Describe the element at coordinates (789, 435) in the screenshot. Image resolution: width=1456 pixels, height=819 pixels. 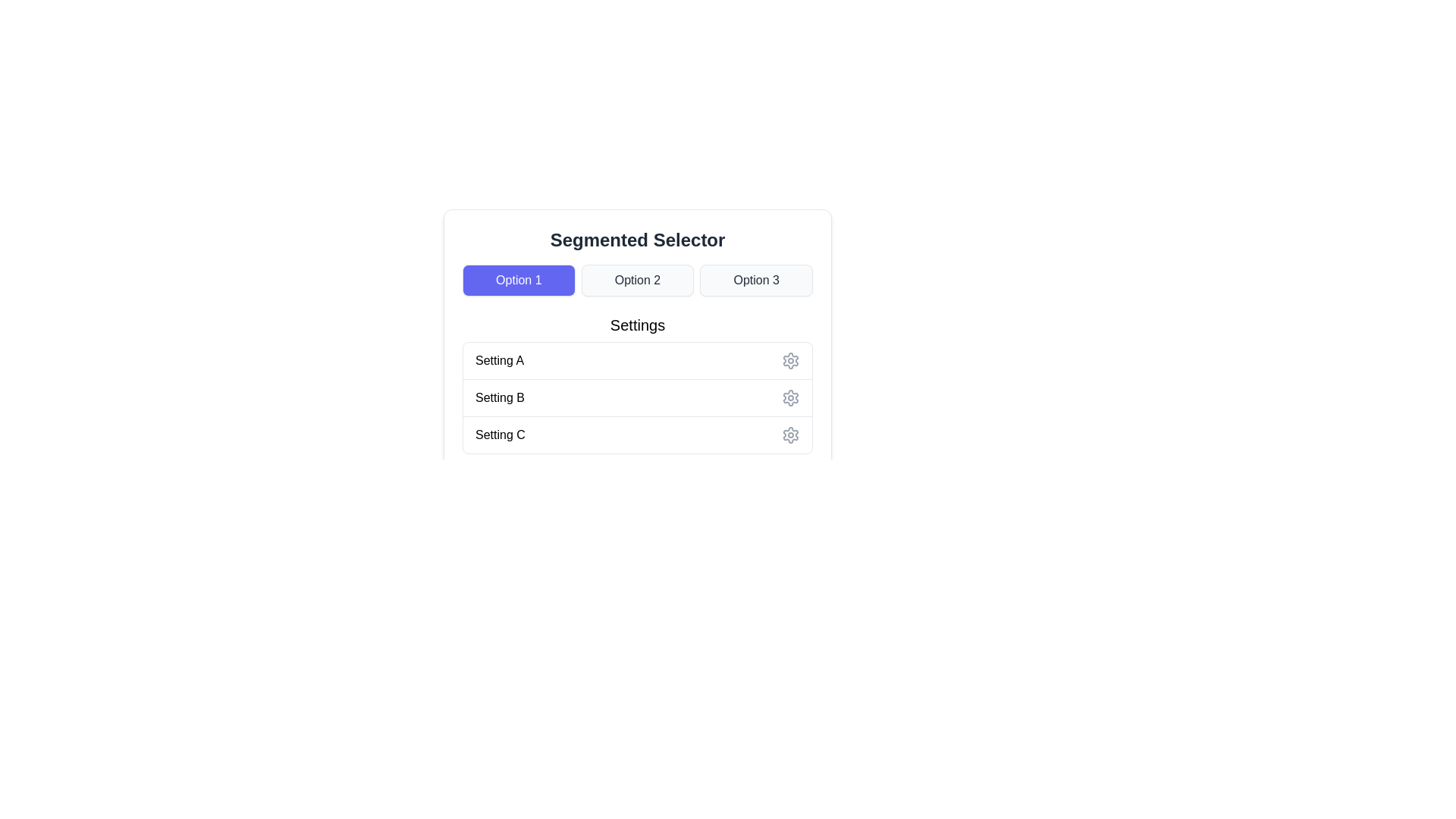
I see `the gear icon used for configuration located to the right of the 'Settings C' text label` at that location.